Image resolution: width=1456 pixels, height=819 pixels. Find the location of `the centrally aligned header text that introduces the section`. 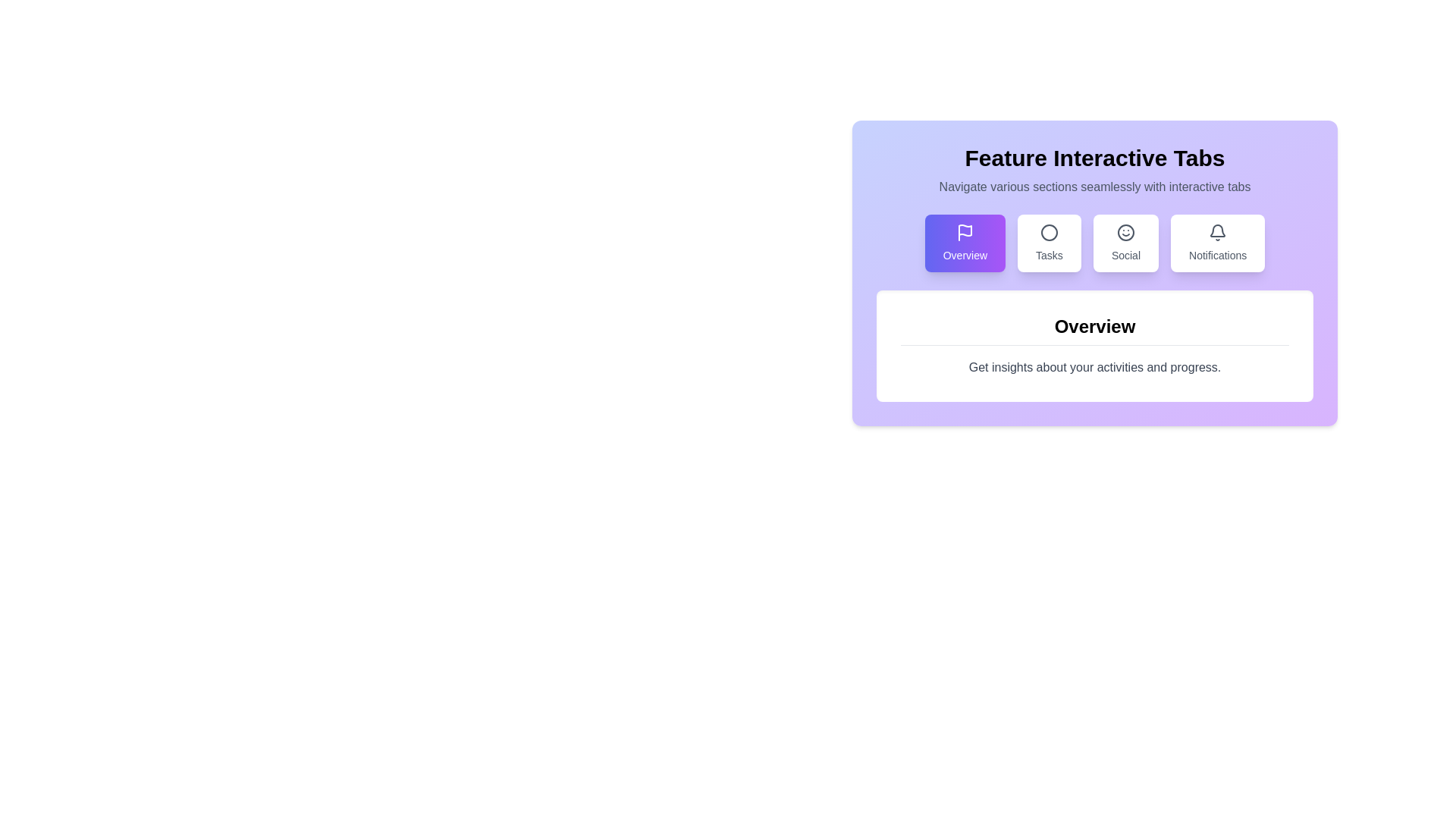

the centrally aligned header text that introduces the section is located at coordinates (1095, 158).